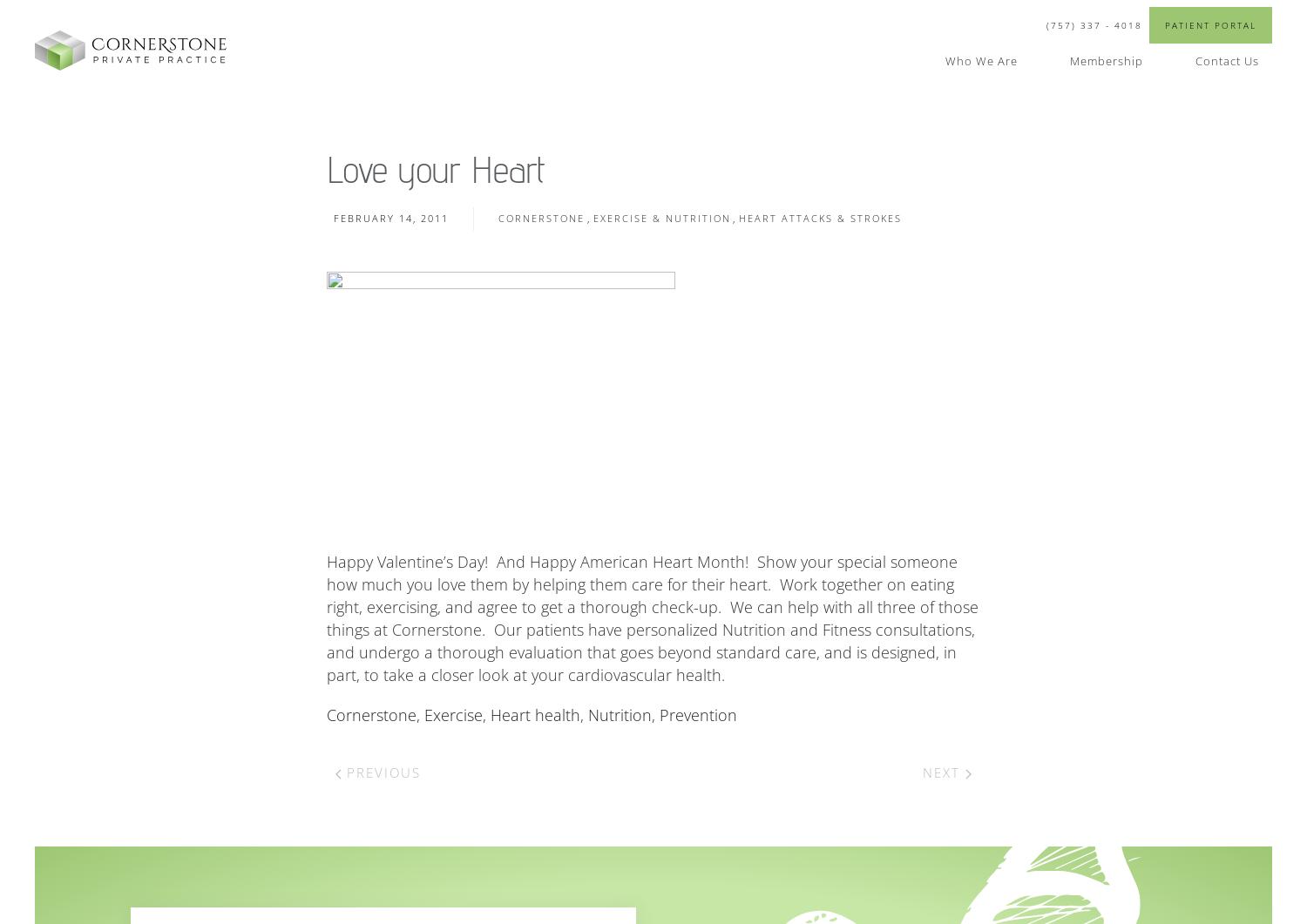  Describe the element at coordinates (661, 217) in the screenshot. I see `'Exercise & Nutrition'` at that location.